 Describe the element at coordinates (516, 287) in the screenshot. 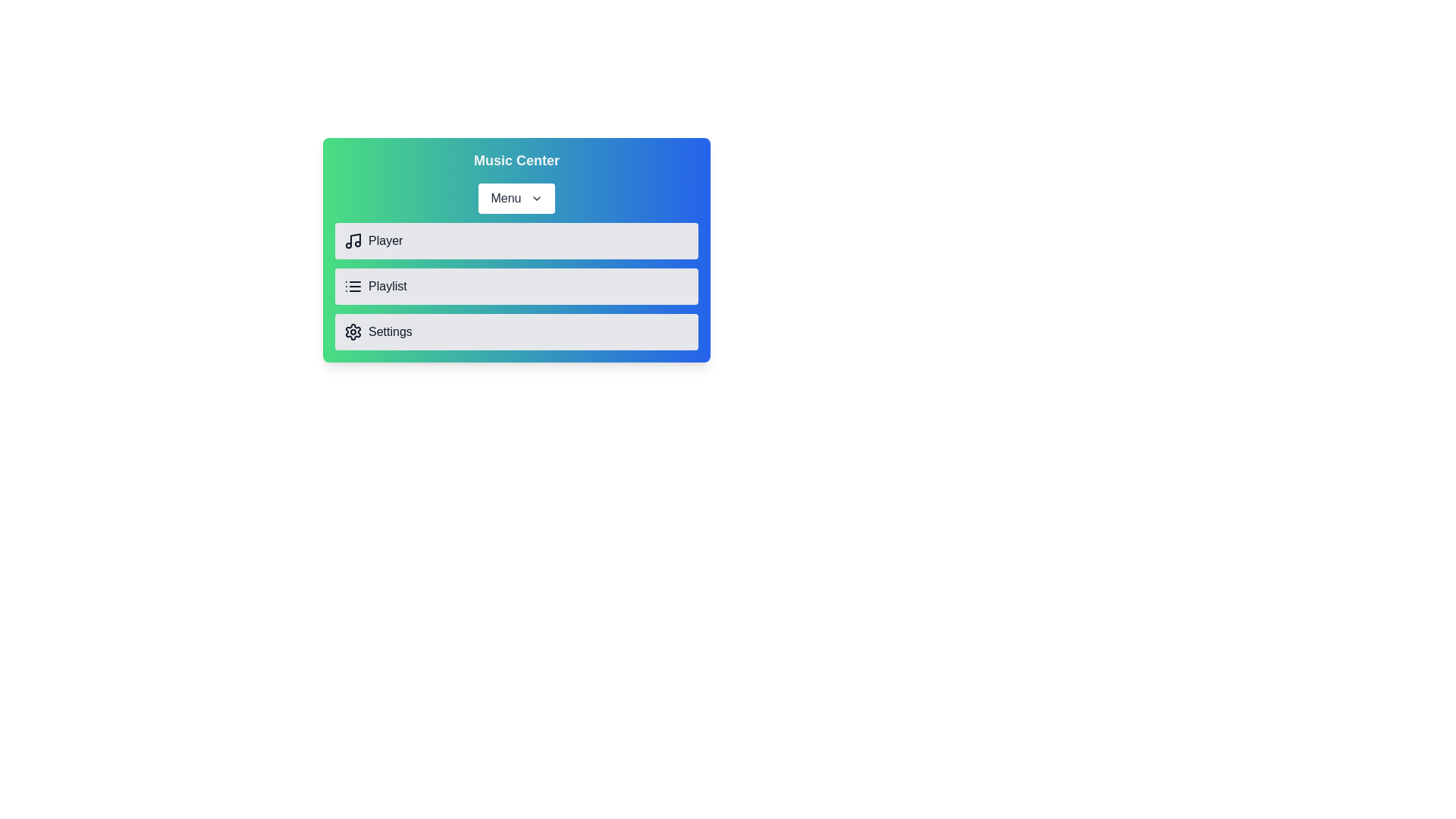

I see `the 'Playlist' option in the menu` at that location.